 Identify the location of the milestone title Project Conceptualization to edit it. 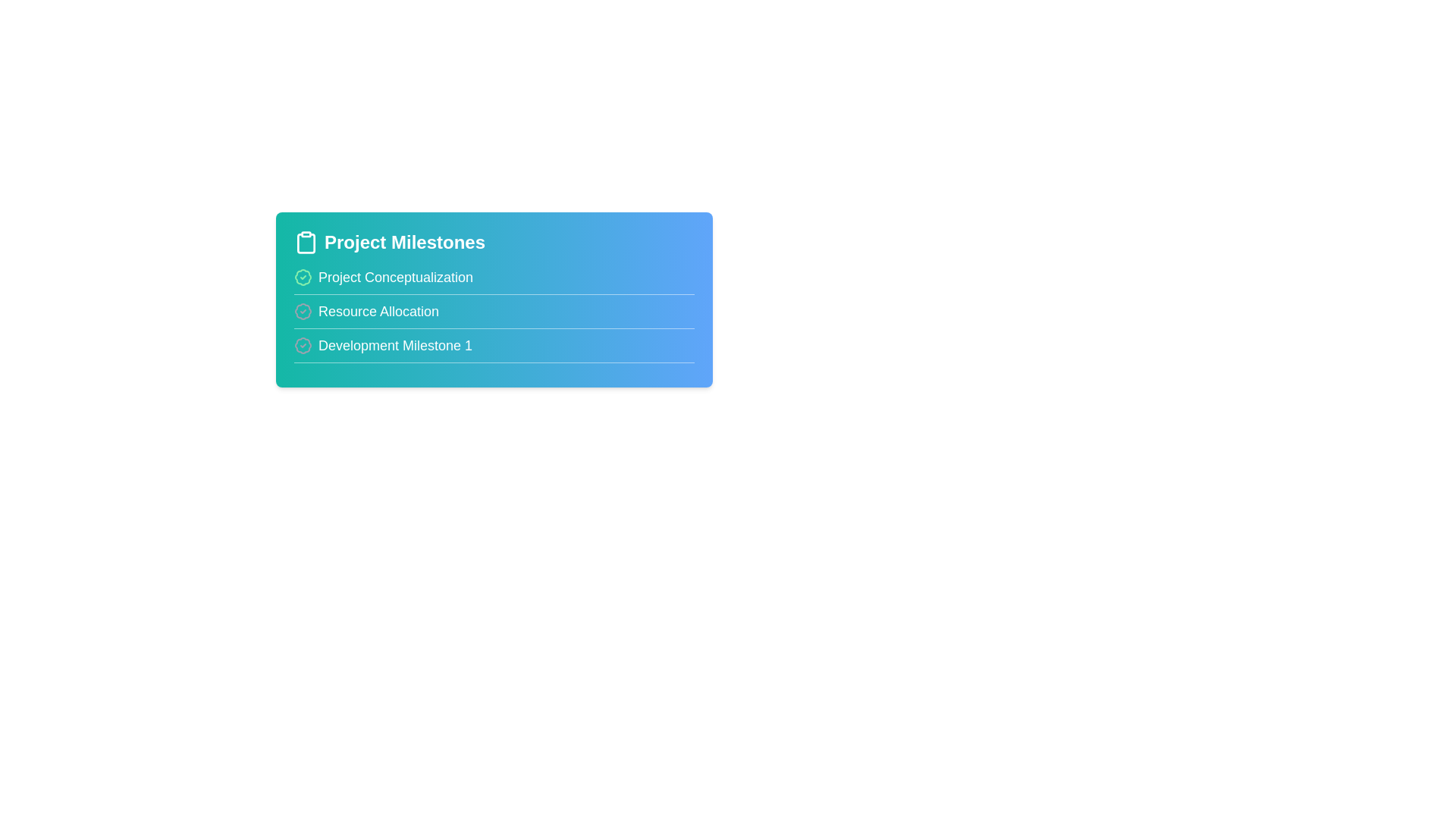
(396, 278).